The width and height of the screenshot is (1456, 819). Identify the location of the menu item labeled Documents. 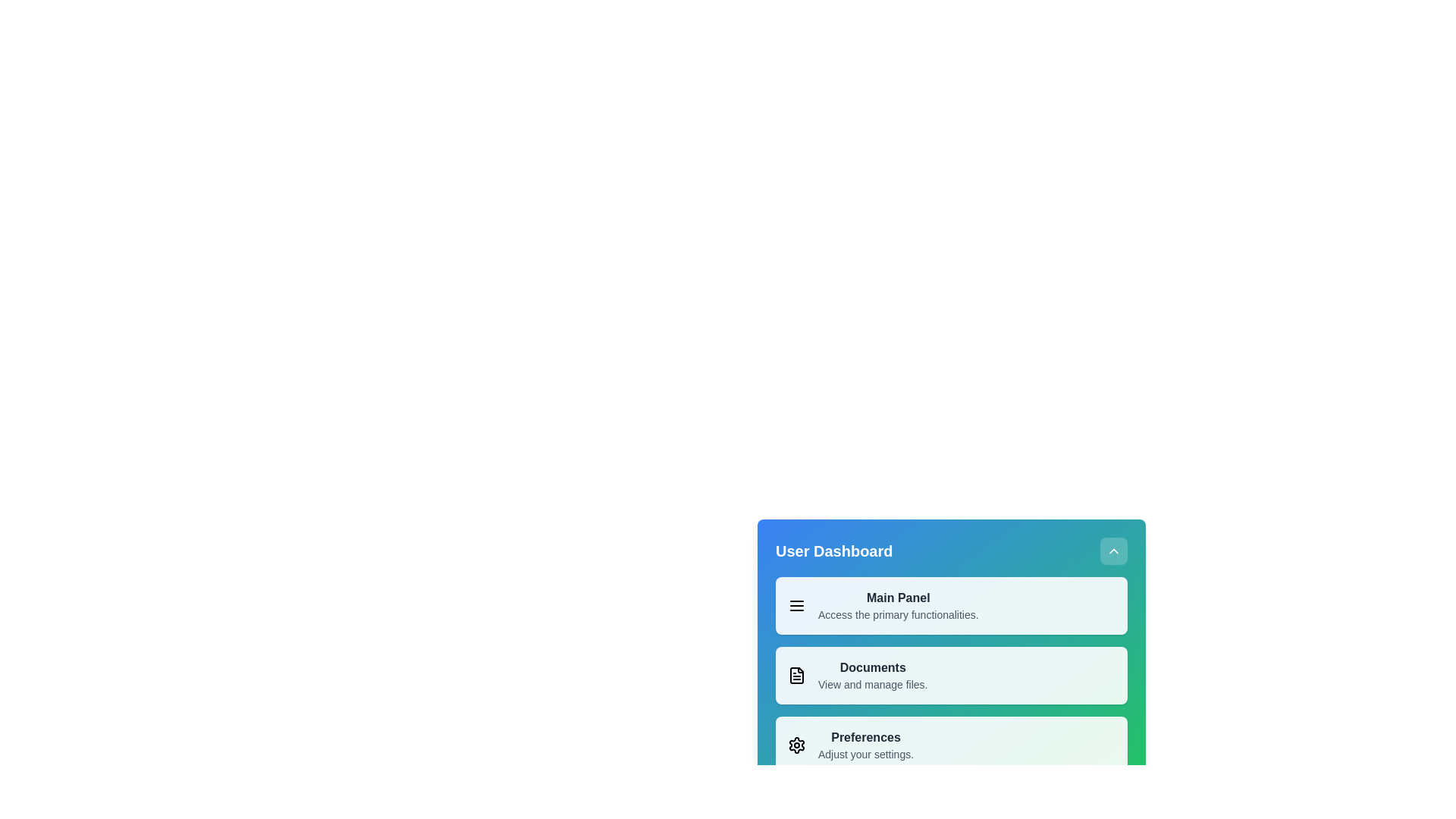
(950, 675).